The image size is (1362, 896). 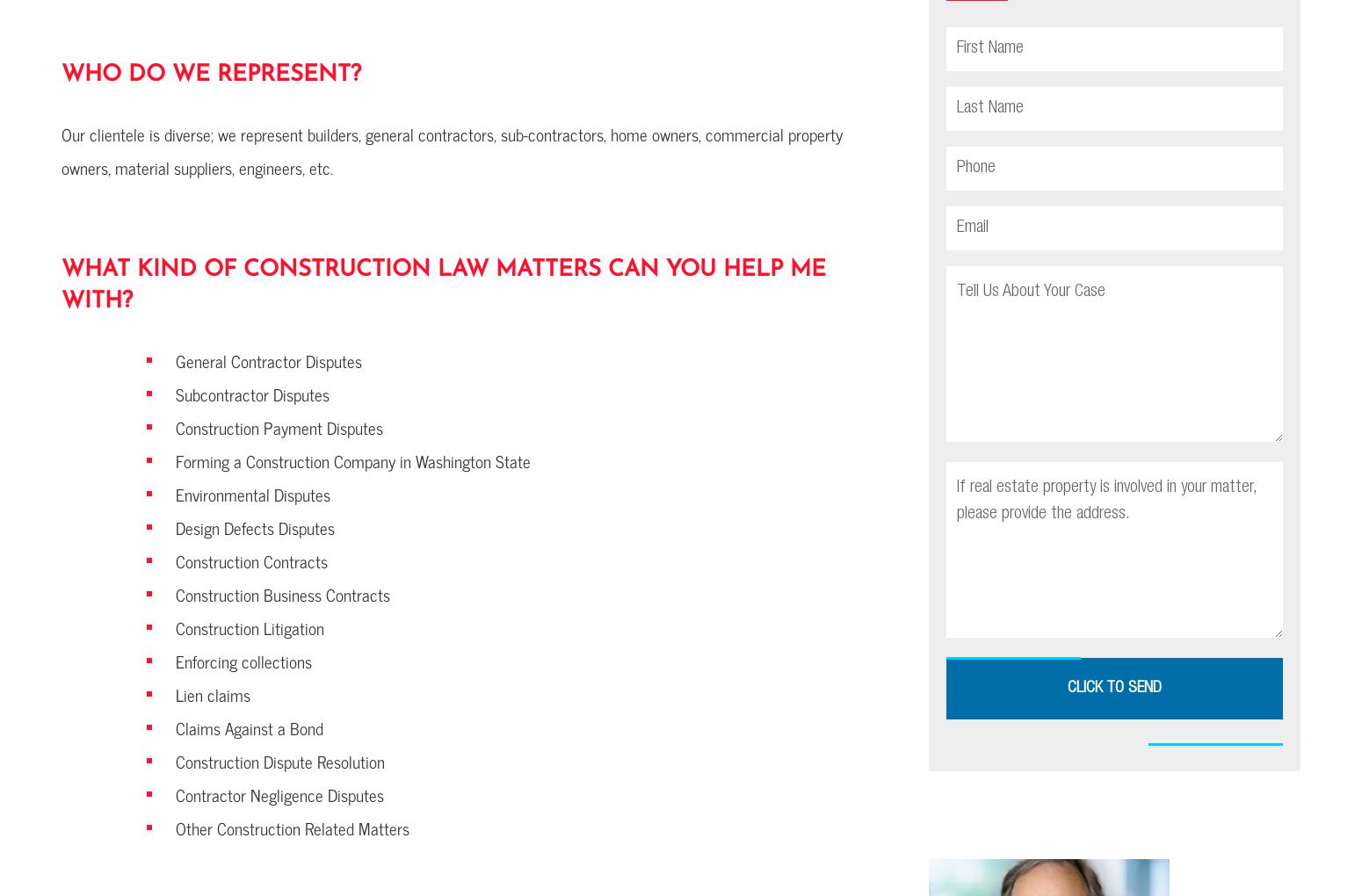 What do you see at coordinates (279, 760) in the screenshot?
I see `'Construction Dispute Resolution'` at bounding box center [279, 760].